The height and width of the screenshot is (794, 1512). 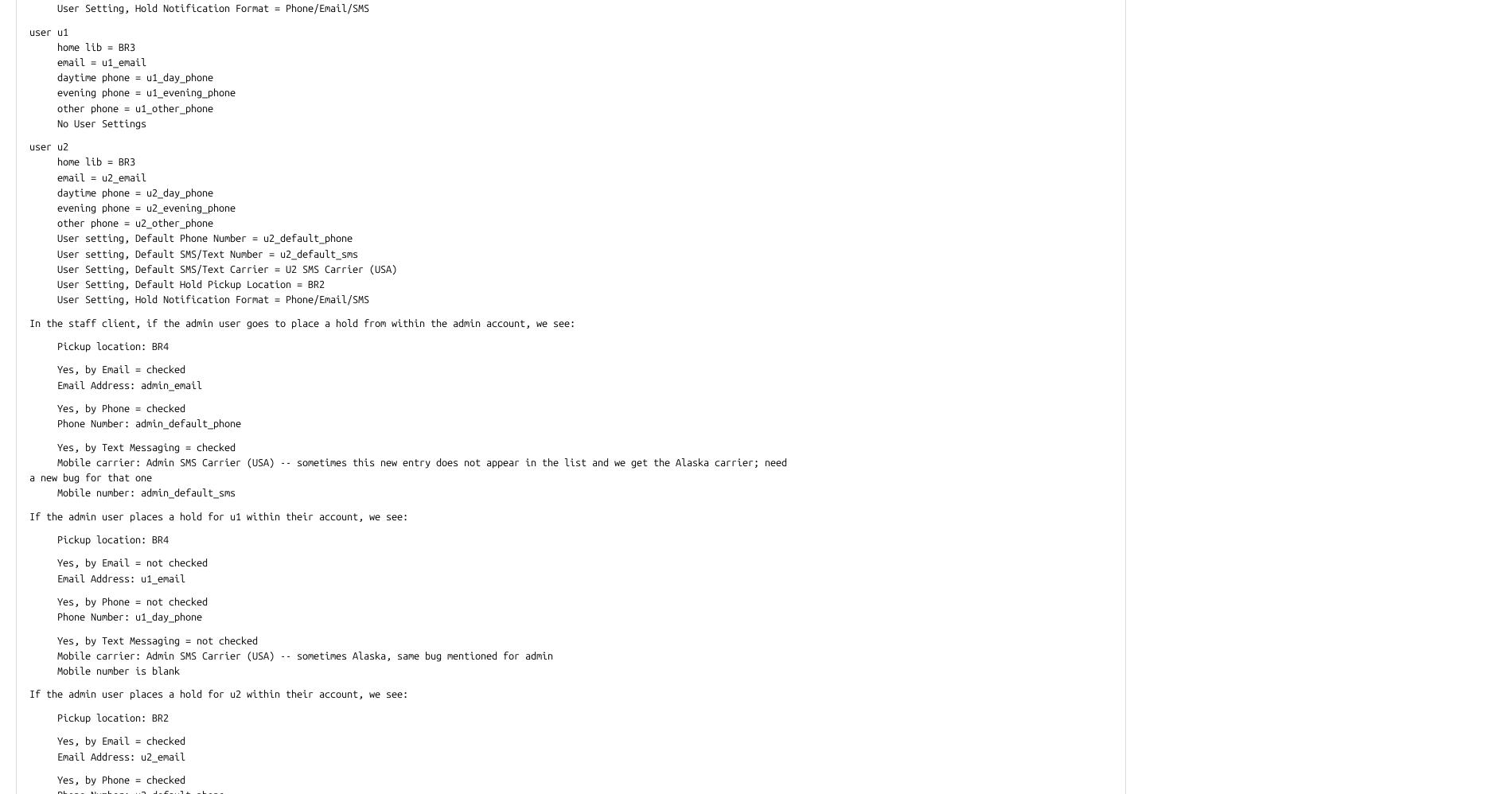 What do you see at coordinates (88, 176) in the screenshot?
I see `'email = u2_email'` at bounding box center [88, 176].